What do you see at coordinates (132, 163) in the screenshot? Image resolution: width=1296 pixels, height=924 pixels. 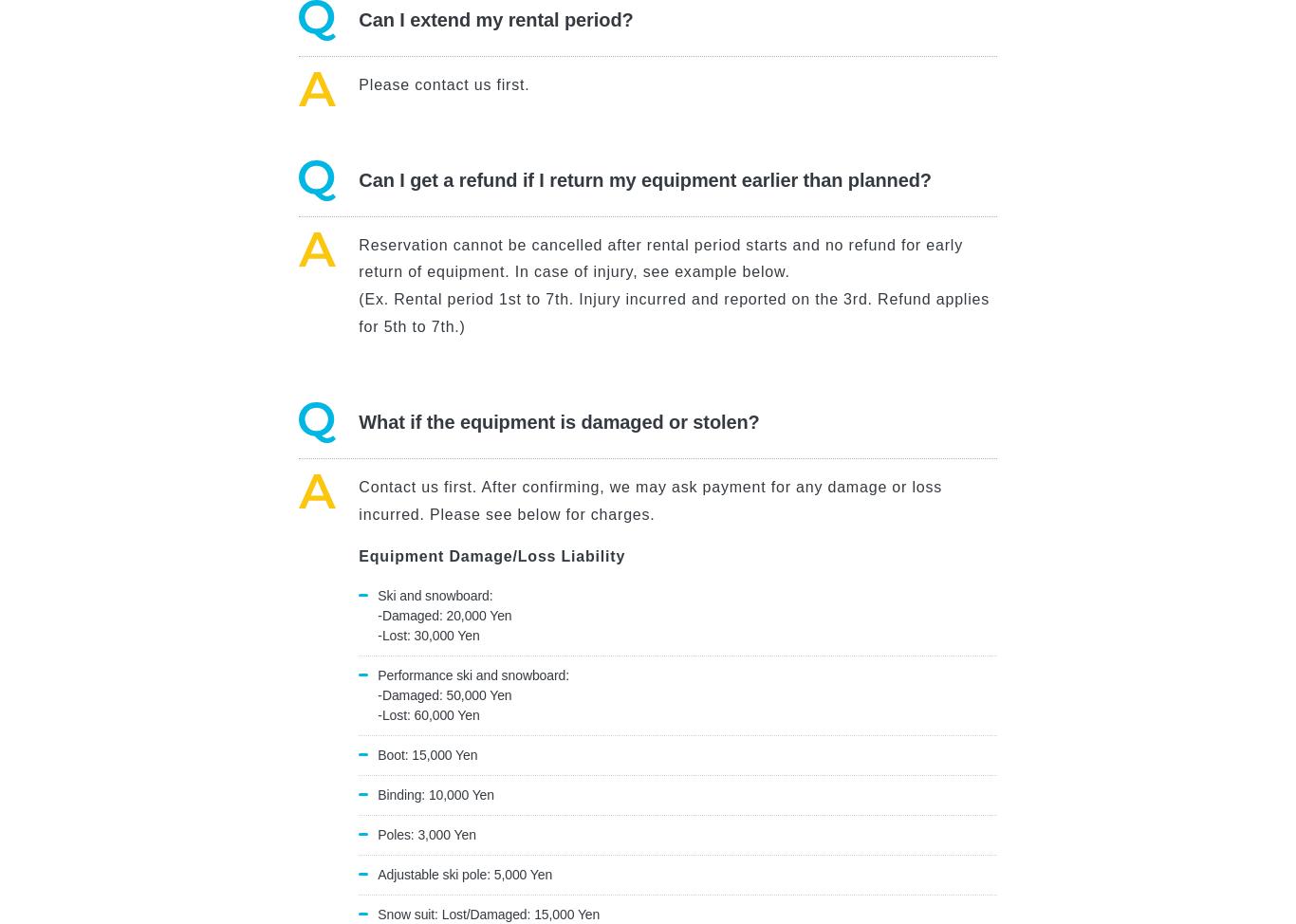 I see `'White Liner’s Response'` at bounding box center [132, 163].